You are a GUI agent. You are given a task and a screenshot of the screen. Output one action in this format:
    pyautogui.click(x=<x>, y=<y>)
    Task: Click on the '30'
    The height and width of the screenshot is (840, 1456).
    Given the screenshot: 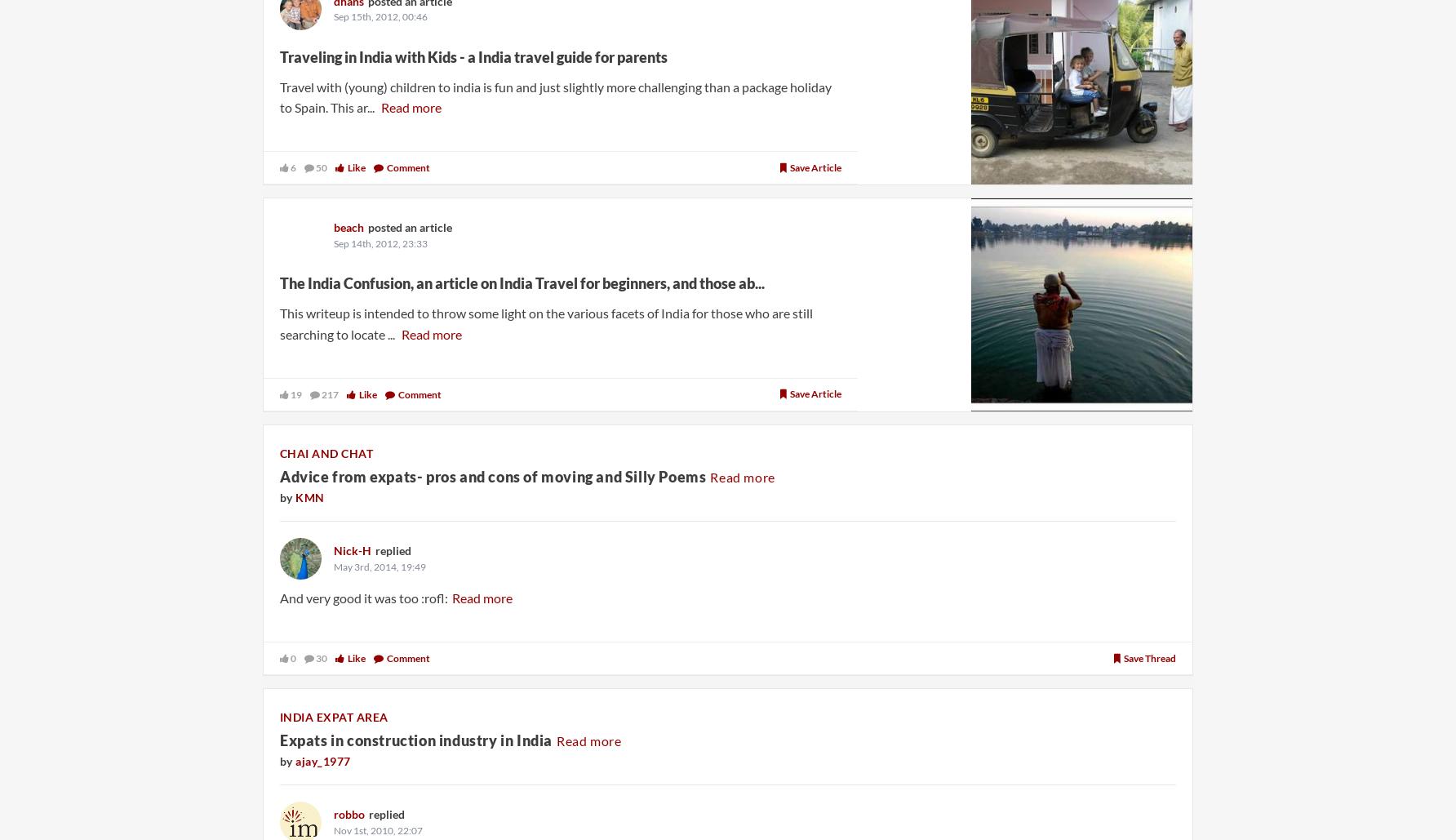 What is the action you would take?
    pyautogui.click(x=320, y=657)
    